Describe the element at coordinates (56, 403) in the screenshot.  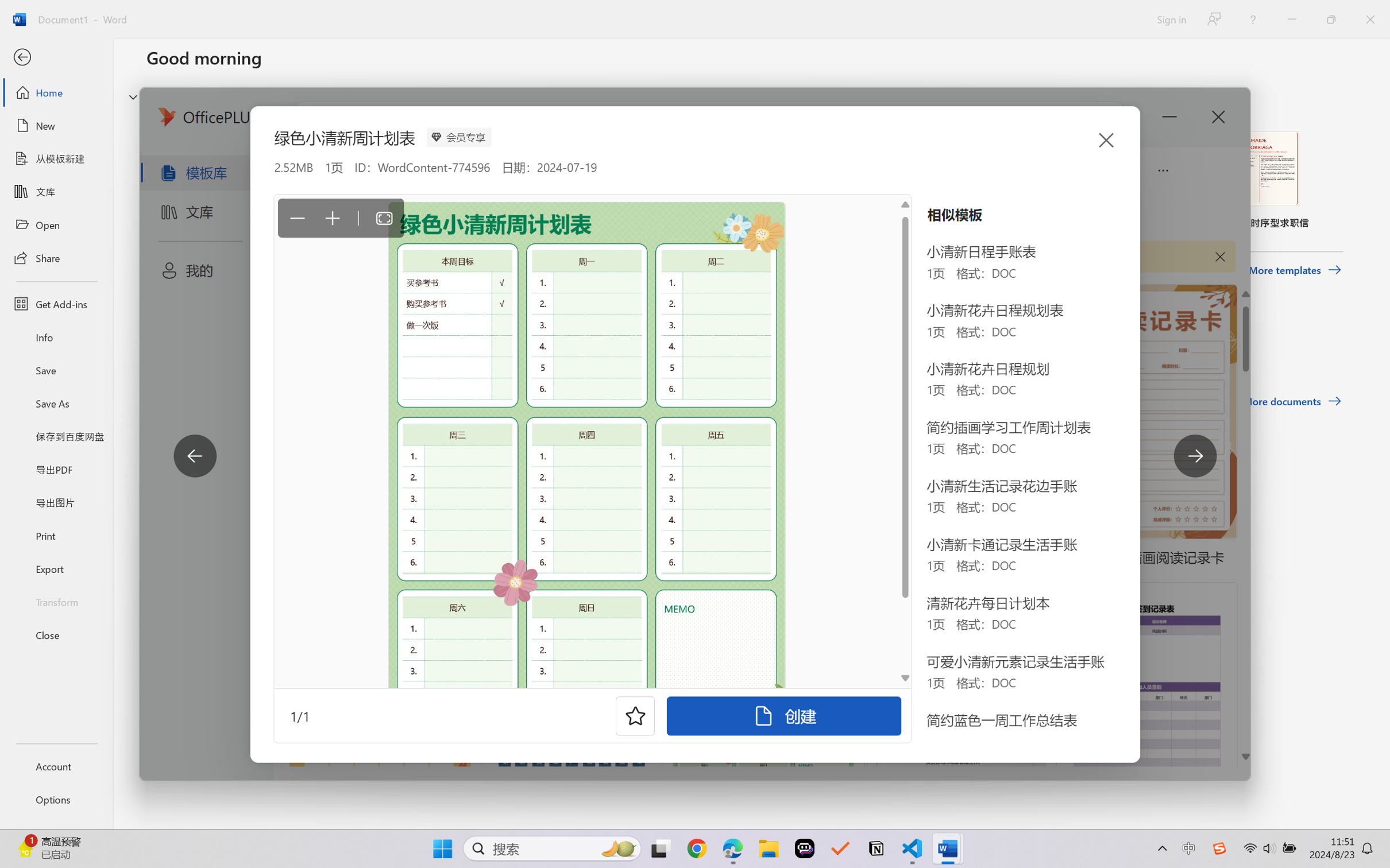
I see `'Save As'` at that location.